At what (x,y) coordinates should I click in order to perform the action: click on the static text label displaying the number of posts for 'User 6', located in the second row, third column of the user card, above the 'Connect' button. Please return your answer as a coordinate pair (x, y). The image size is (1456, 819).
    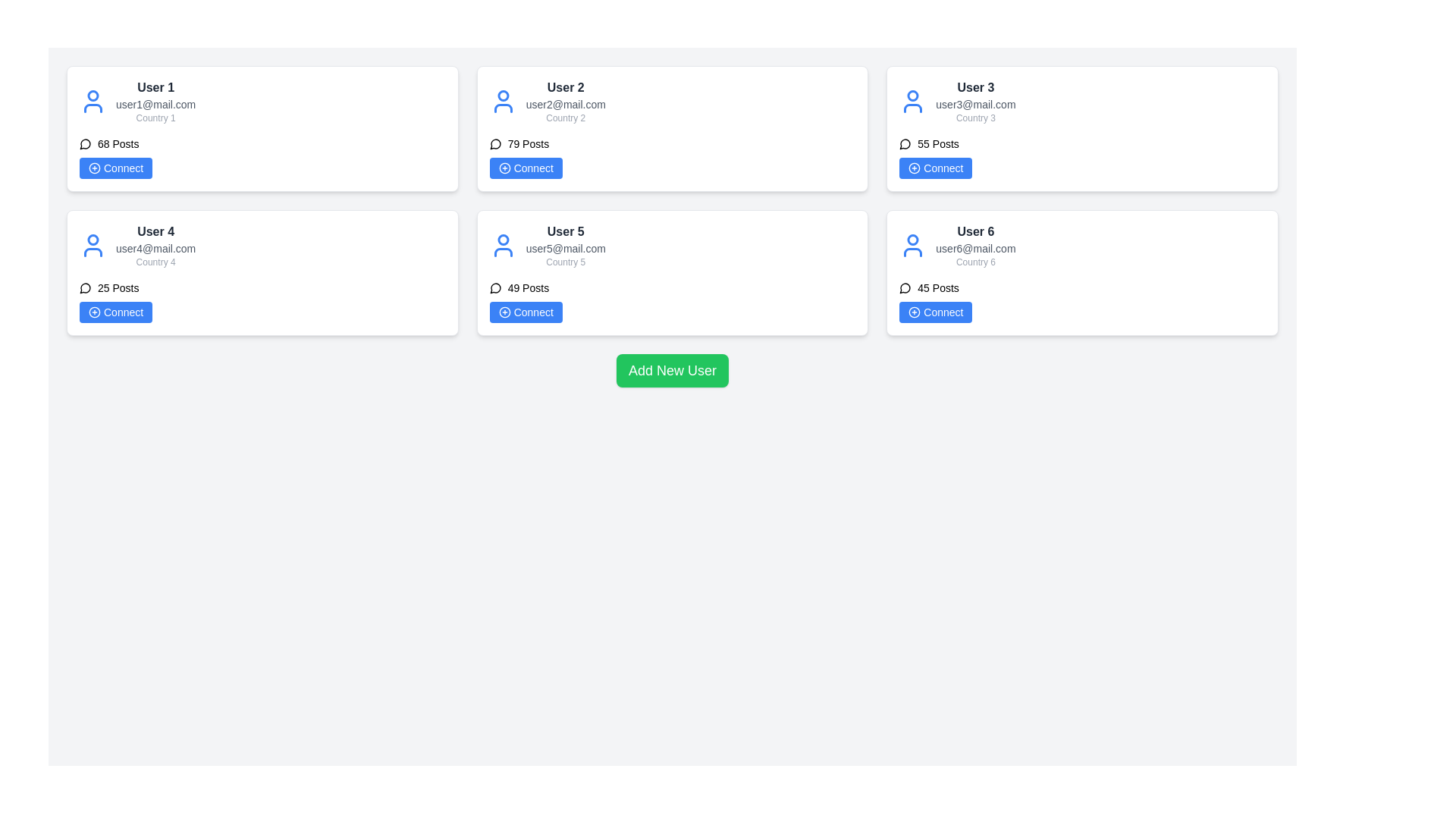
    Looking at the image, I should click on (937, 288).